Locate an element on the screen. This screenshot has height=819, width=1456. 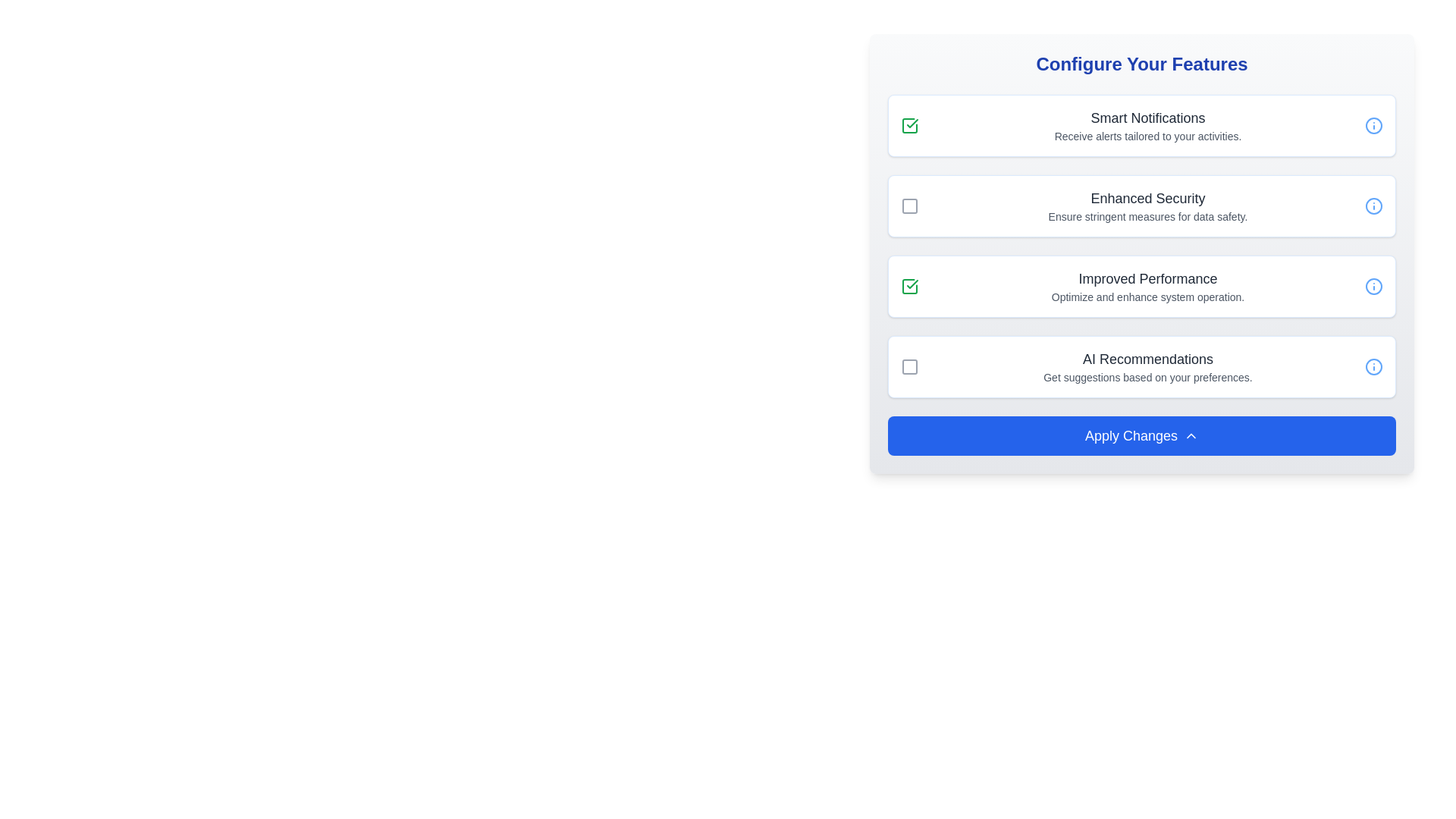
the green checkmark SVG icon within the checkbox component for the 'Improved Performance' option, which indicates a selected item is located at coordinates (912, 284).